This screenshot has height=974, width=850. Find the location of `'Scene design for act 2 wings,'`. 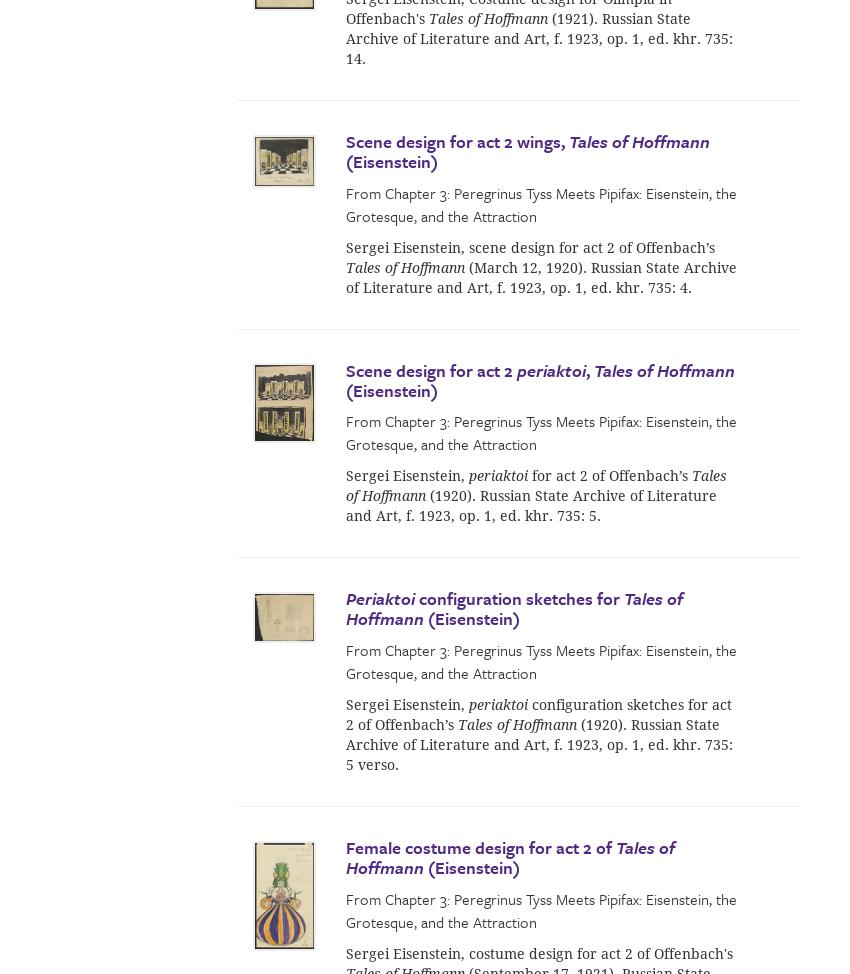

'Scene design for act 2 wings,' is located at coordinates (456, 140).